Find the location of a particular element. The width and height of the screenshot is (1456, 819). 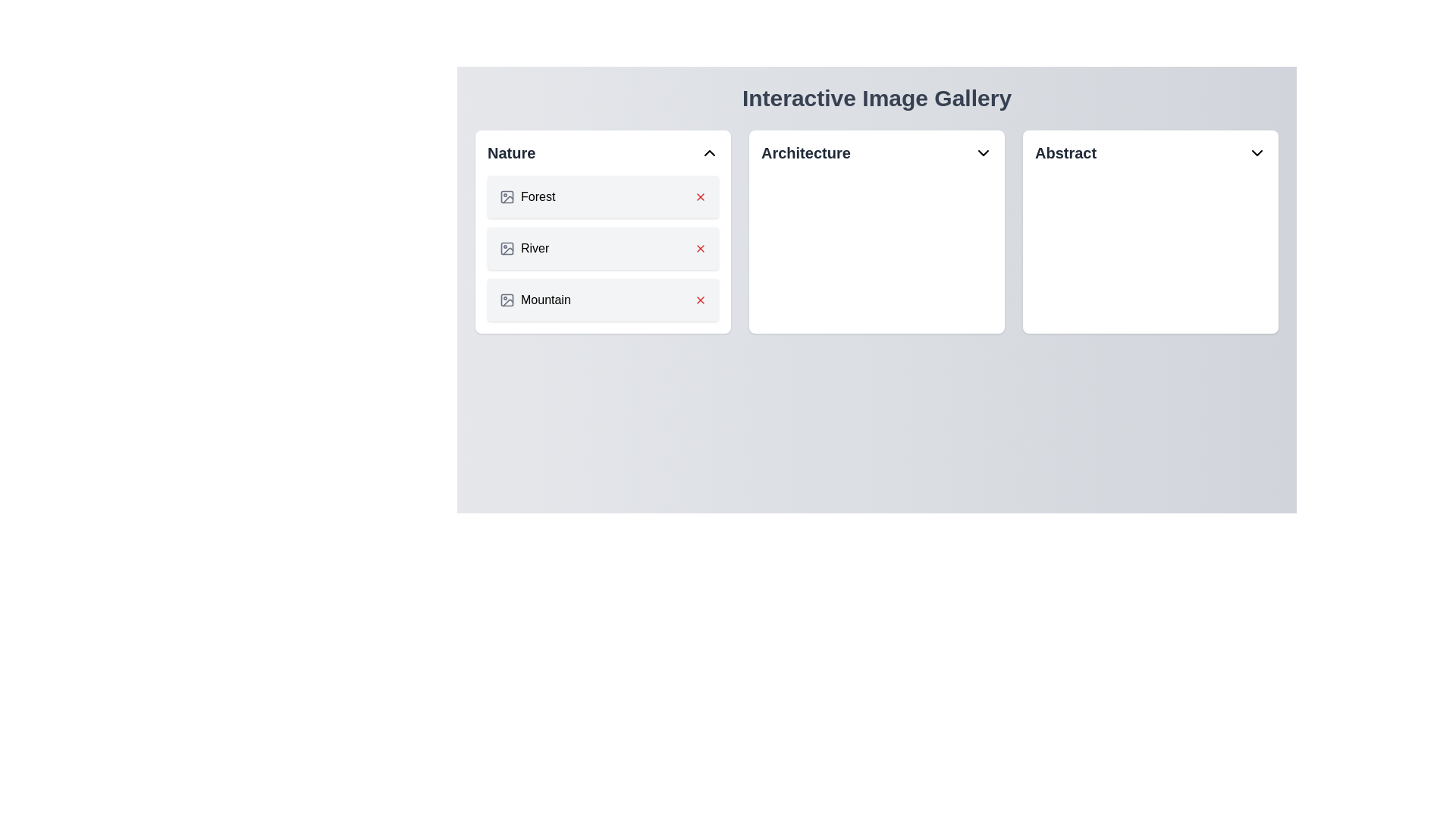

the downward-pointing chevron icon with a bold black outline next to the text 'Abstract' is located at coordinates (1257, 152).